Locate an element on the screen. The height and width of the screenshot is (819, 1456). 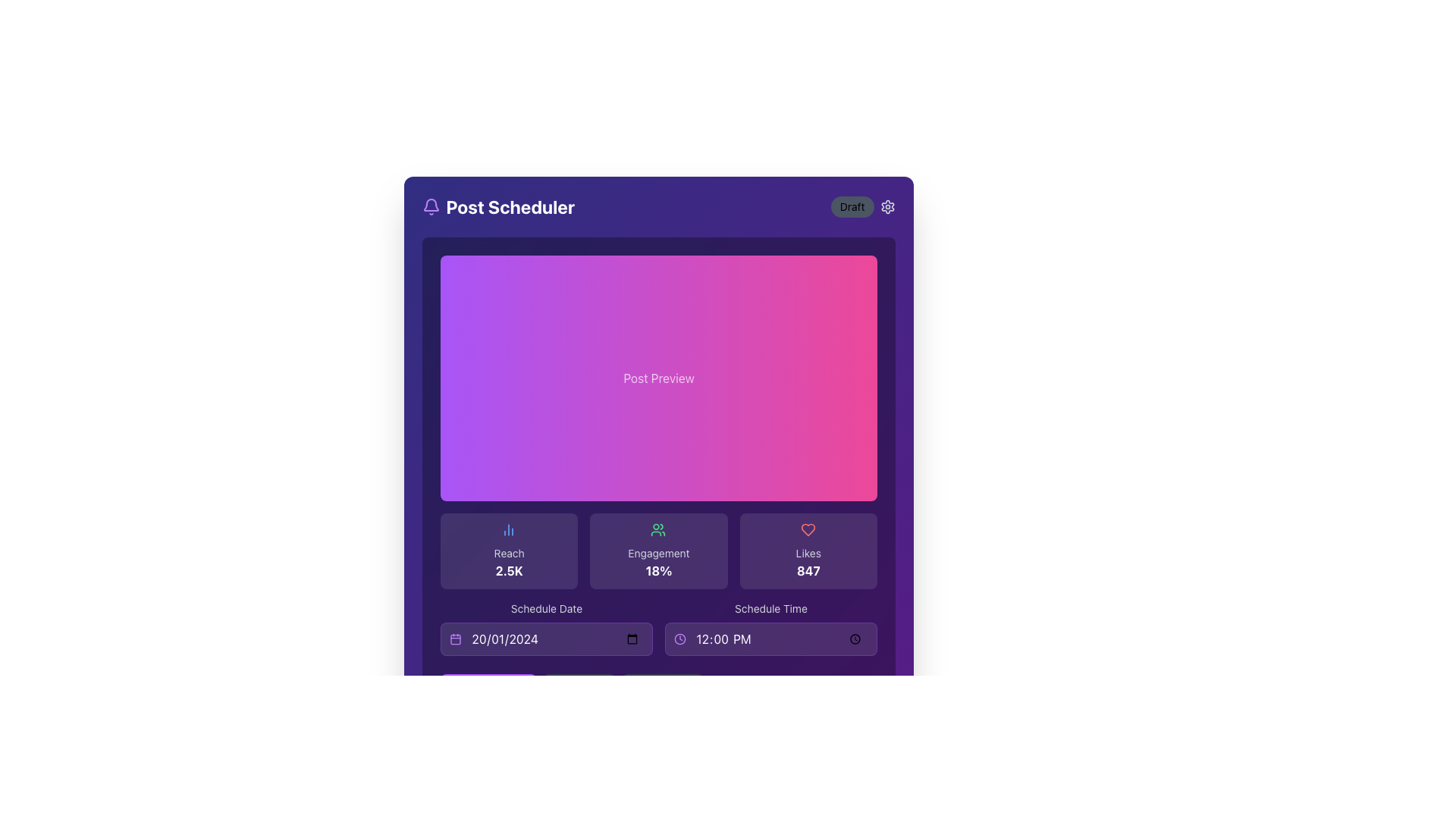
the SVG circle element within the purple clock icon located to the left of the '12:00 PM' time display in the 'Schedule Time' section is located at coordinates (679, 639).